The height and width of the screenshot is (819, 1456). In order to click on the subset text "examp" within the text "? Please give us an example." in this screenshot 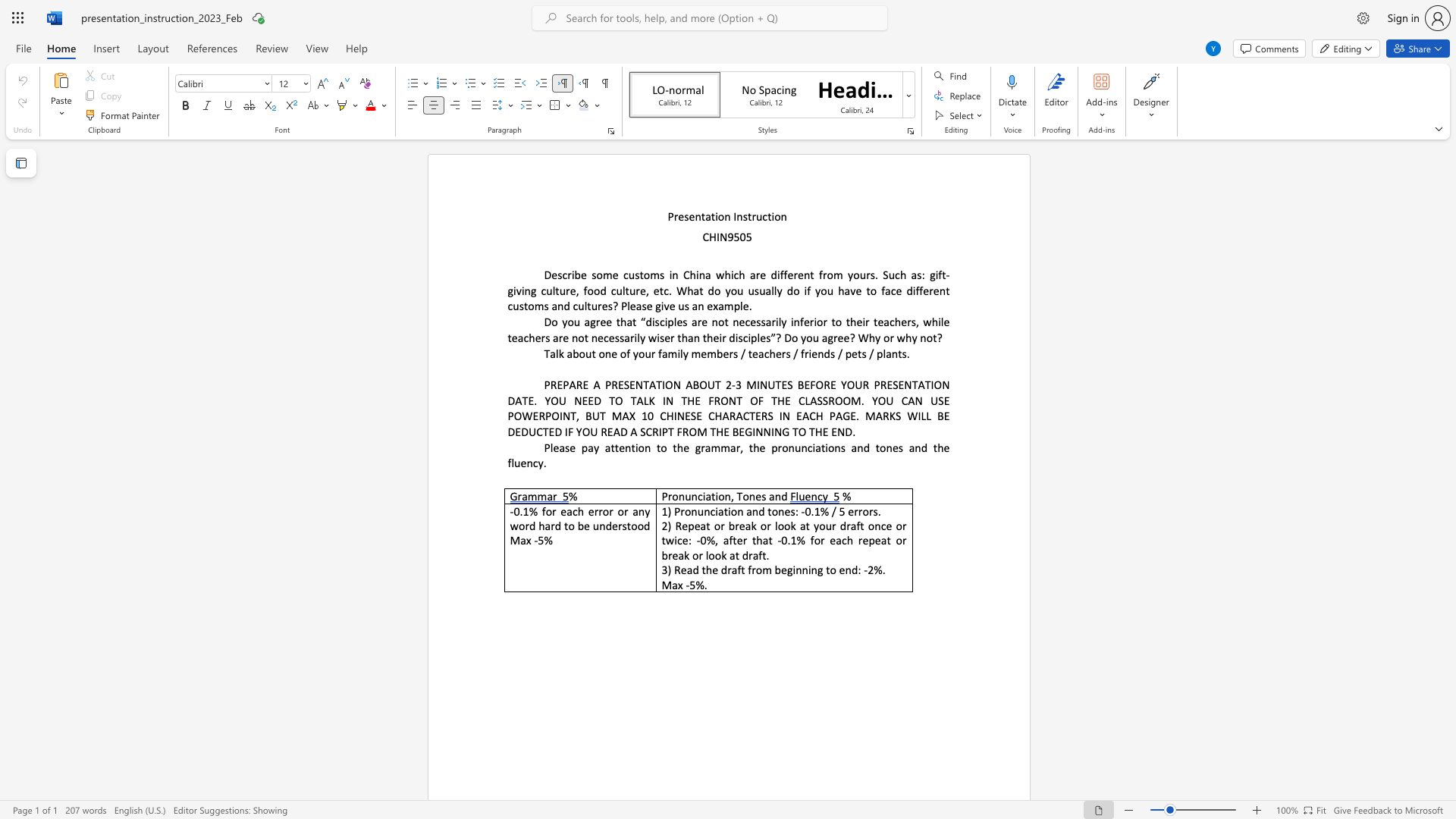, I will do `click(706, 306)`.